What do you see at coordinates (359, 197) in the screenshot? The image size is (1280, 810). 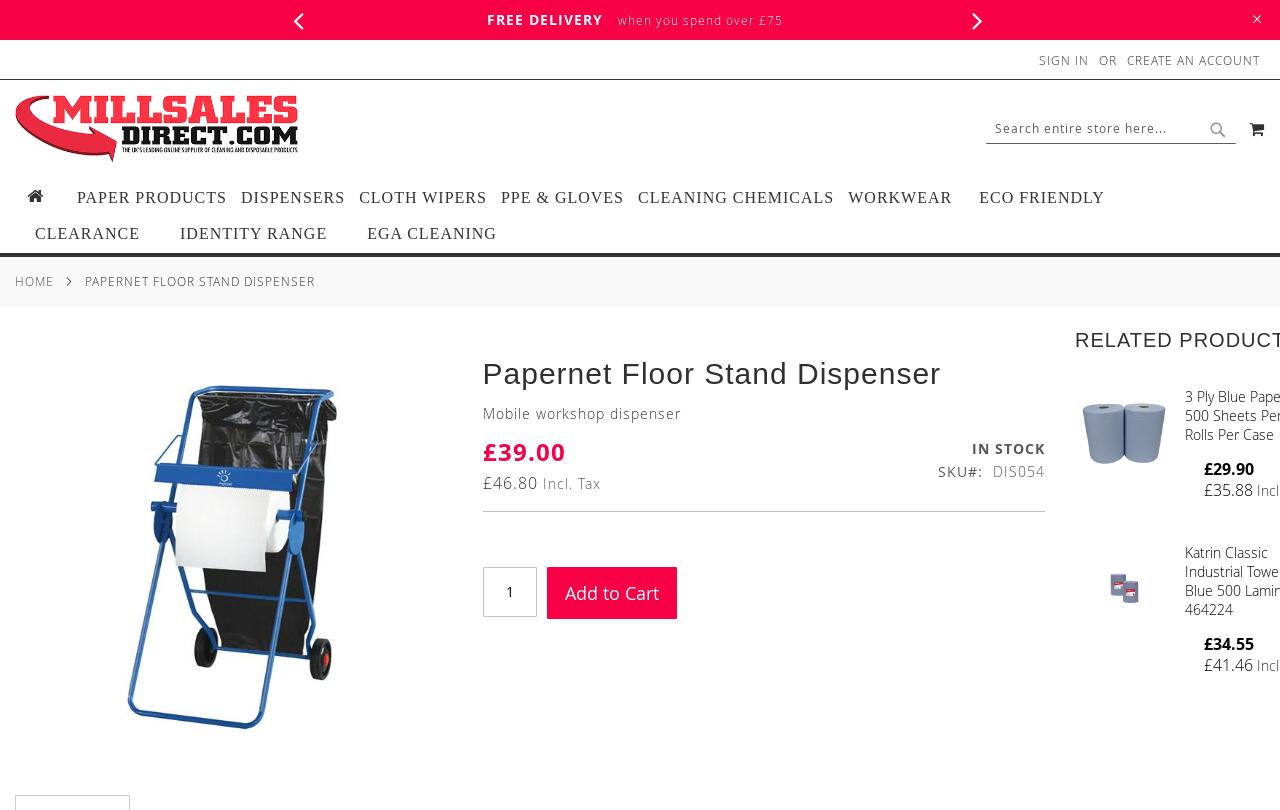 I see `'Cloth Wipers'` at bounding box center [359, 197].